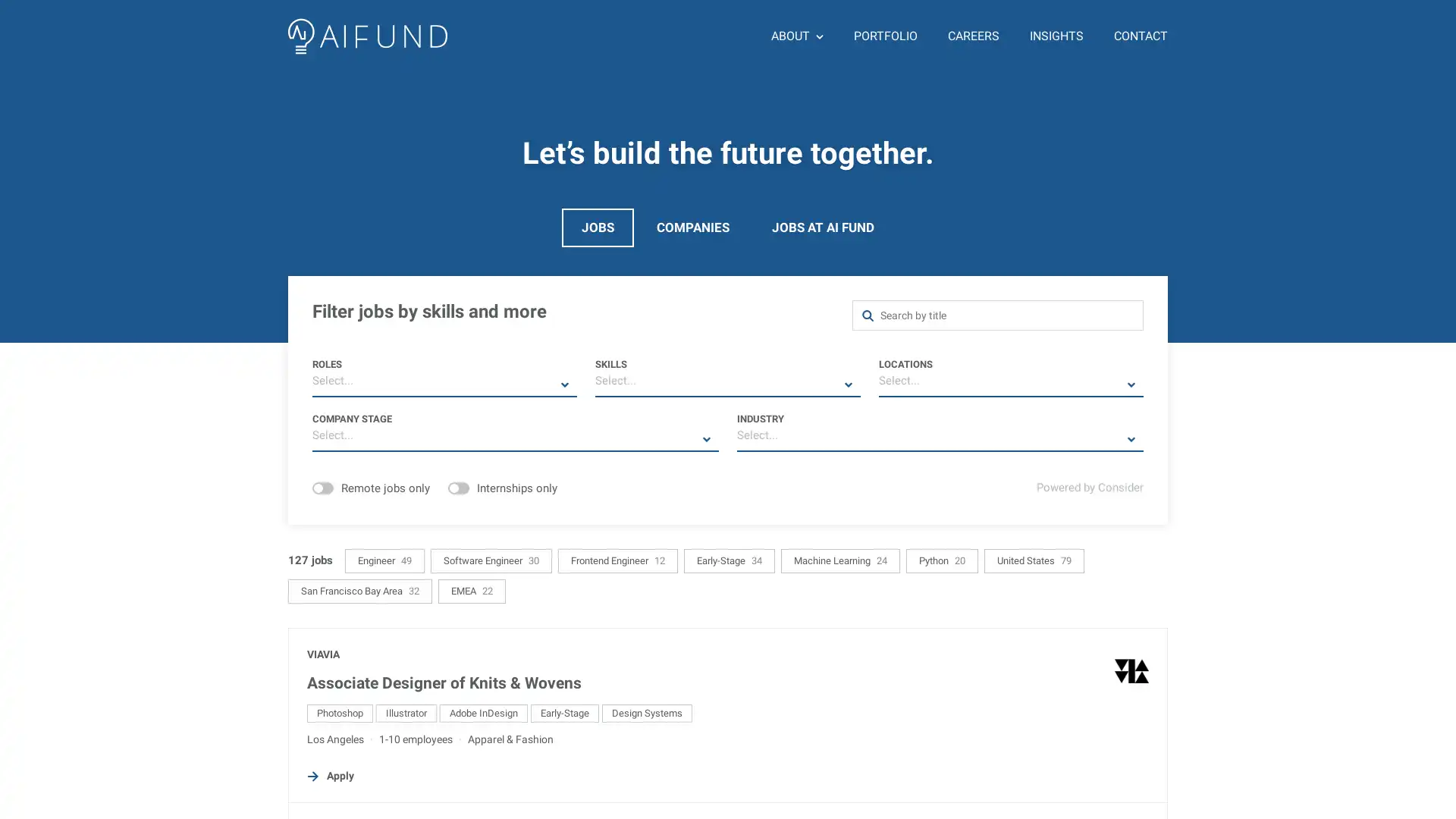 The image size is (1456, 819). I want to click on ROLES Select..., so click(444, 372).